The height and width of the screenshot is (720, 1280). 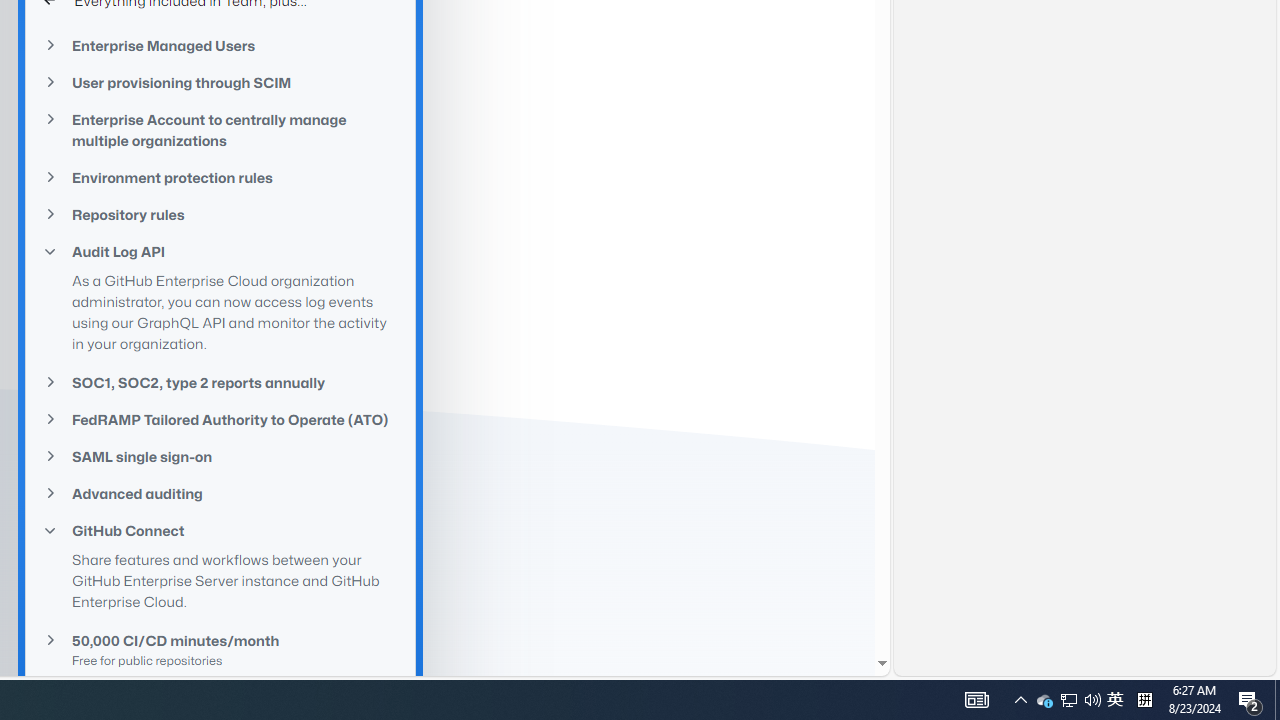 What do you see at coordinates (220, 418) in the screenshot?
I see `'FedRAMP Tailored Authority to Operate (ATO)'` at bounding box center [220, 418].